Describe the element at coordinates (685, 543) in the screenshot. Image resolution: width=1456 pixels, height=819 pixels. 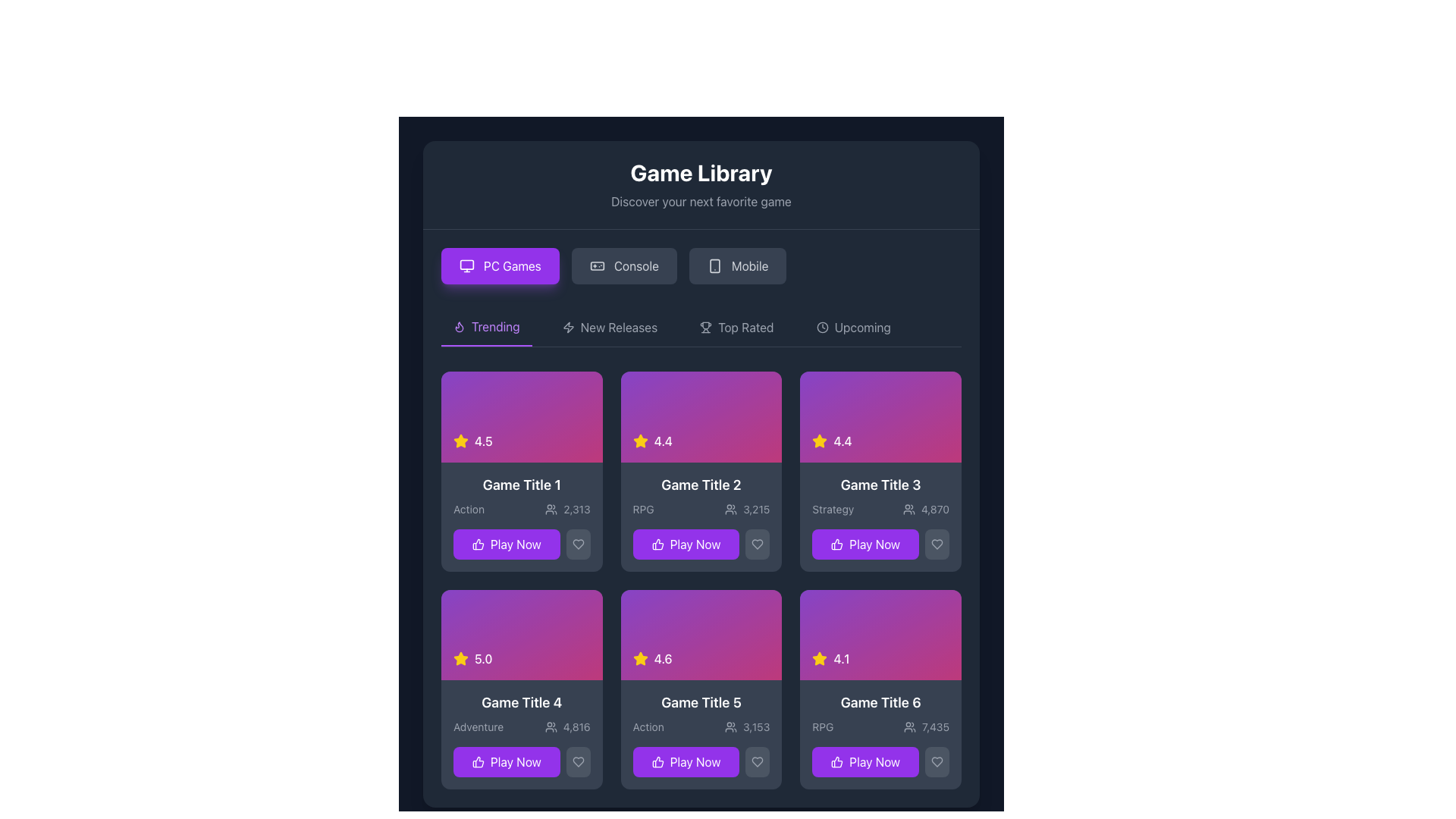
I see `the 'Play Now' button with a purple background and white text, which is located in the second column of the first row of the game card grid` at that location.